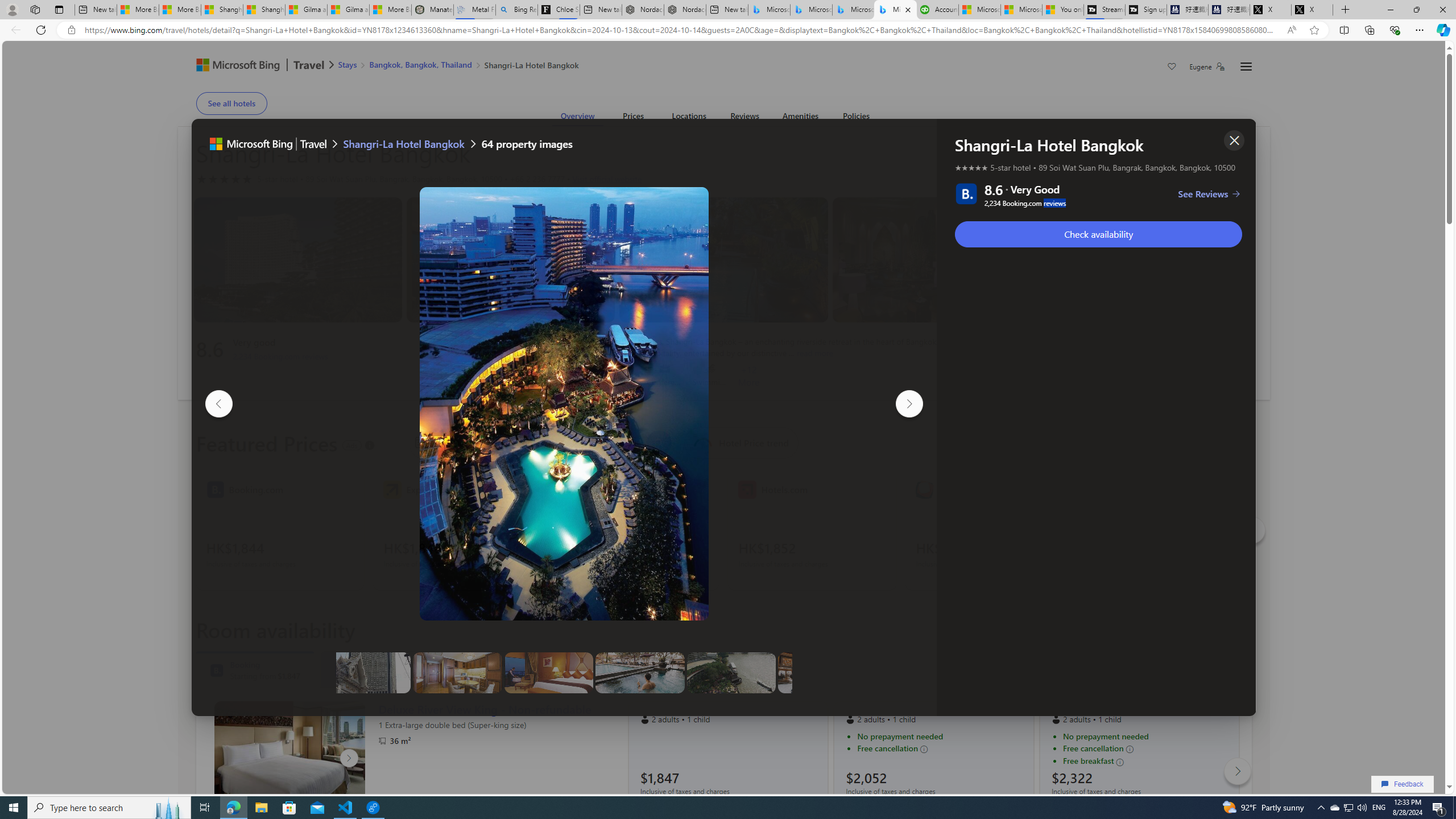 Image resolution: width=1456 pixels, height=819 pixels. What do you see at coordinates (432, 9) in the screenshot?
I see `'Manatee Mortality Statistics | FWC'` at bounding box center [432, 9].